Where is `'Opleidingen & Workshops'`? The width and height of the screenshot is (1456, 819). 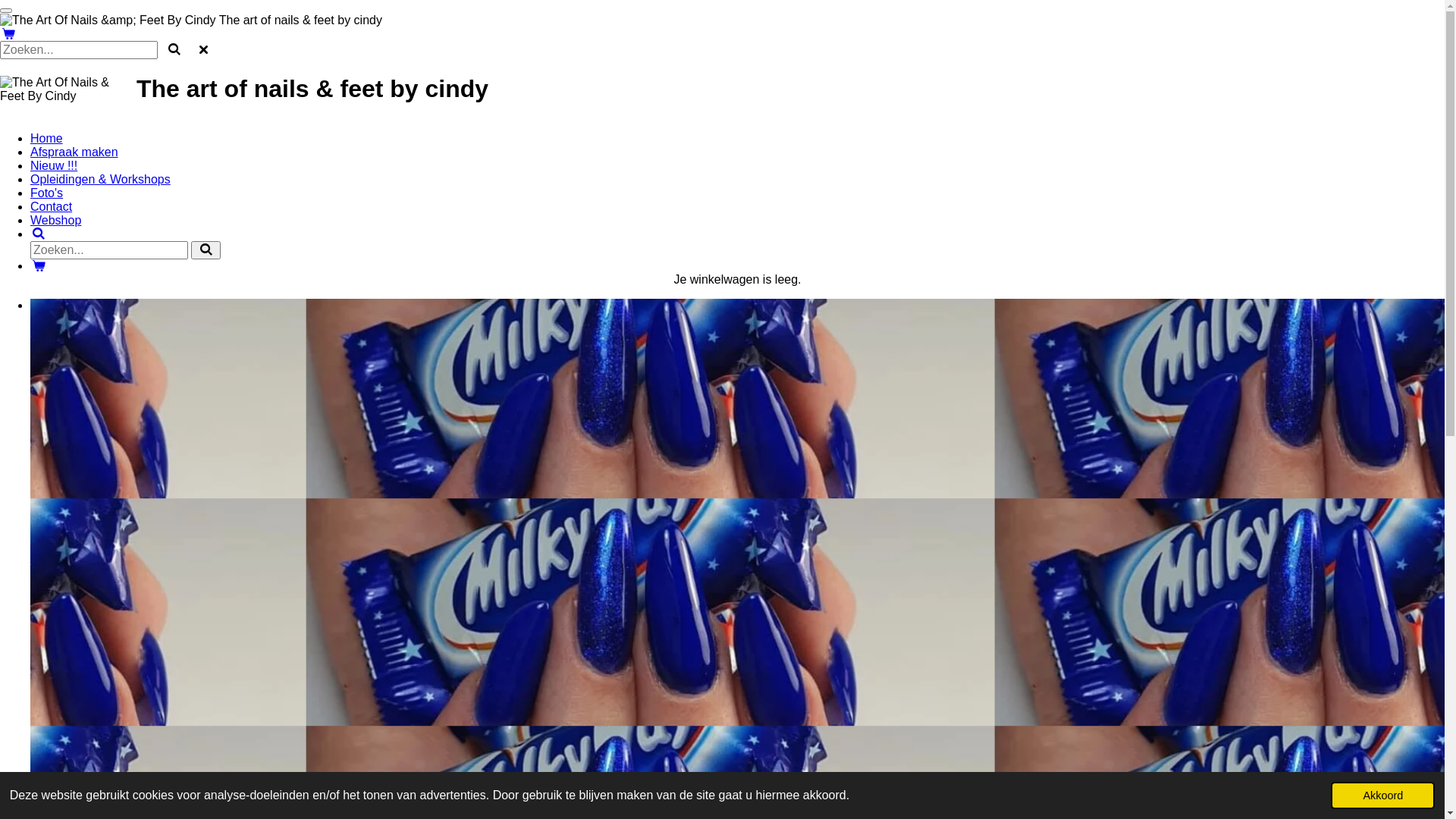 'Opleidingen & Workshops' is located at coordinates (99, 178).